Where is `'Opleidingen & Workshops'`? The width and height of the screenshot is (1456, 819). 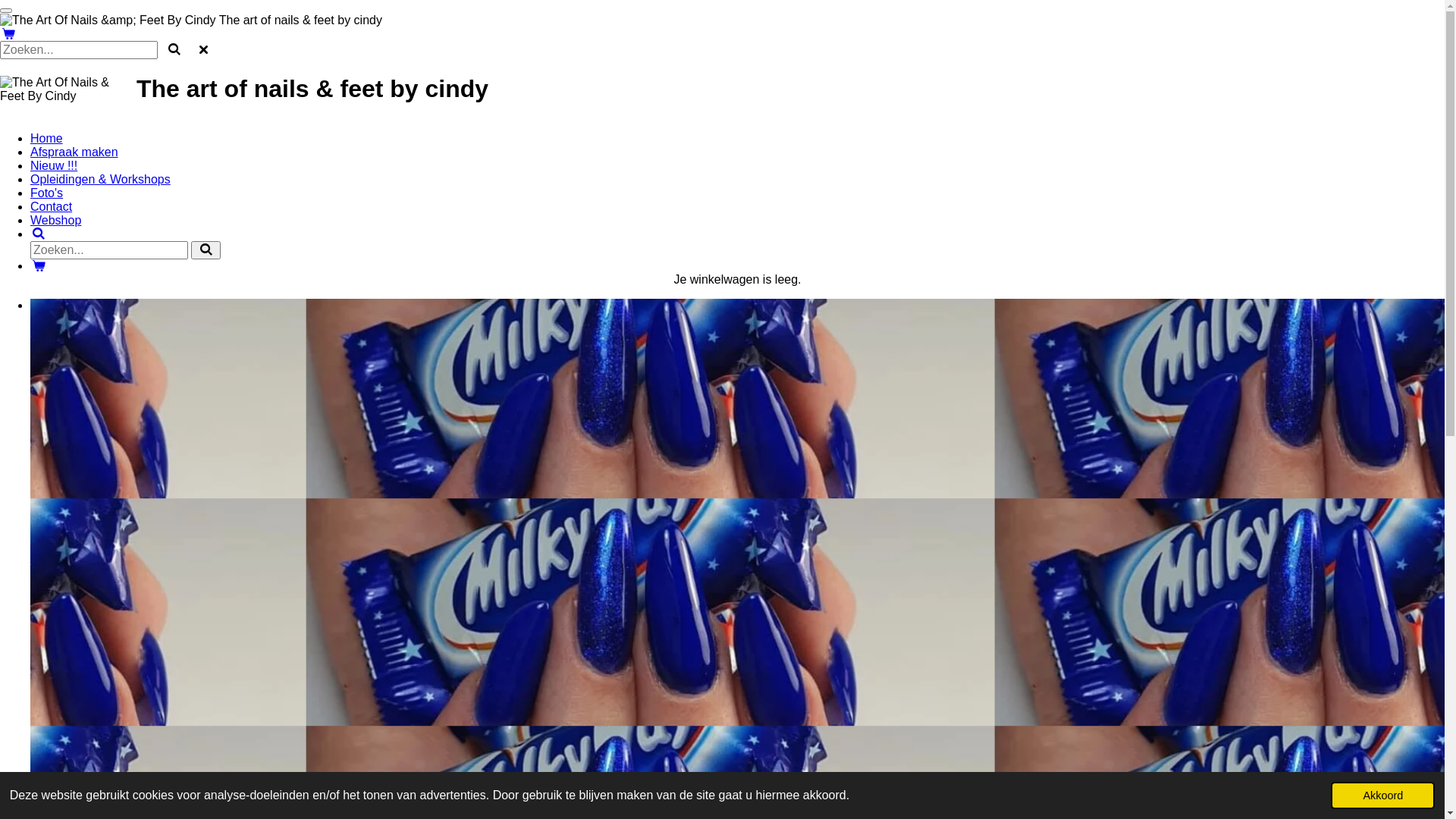 'Opleidingen & Workshops' is located at coordinates (99, 178).